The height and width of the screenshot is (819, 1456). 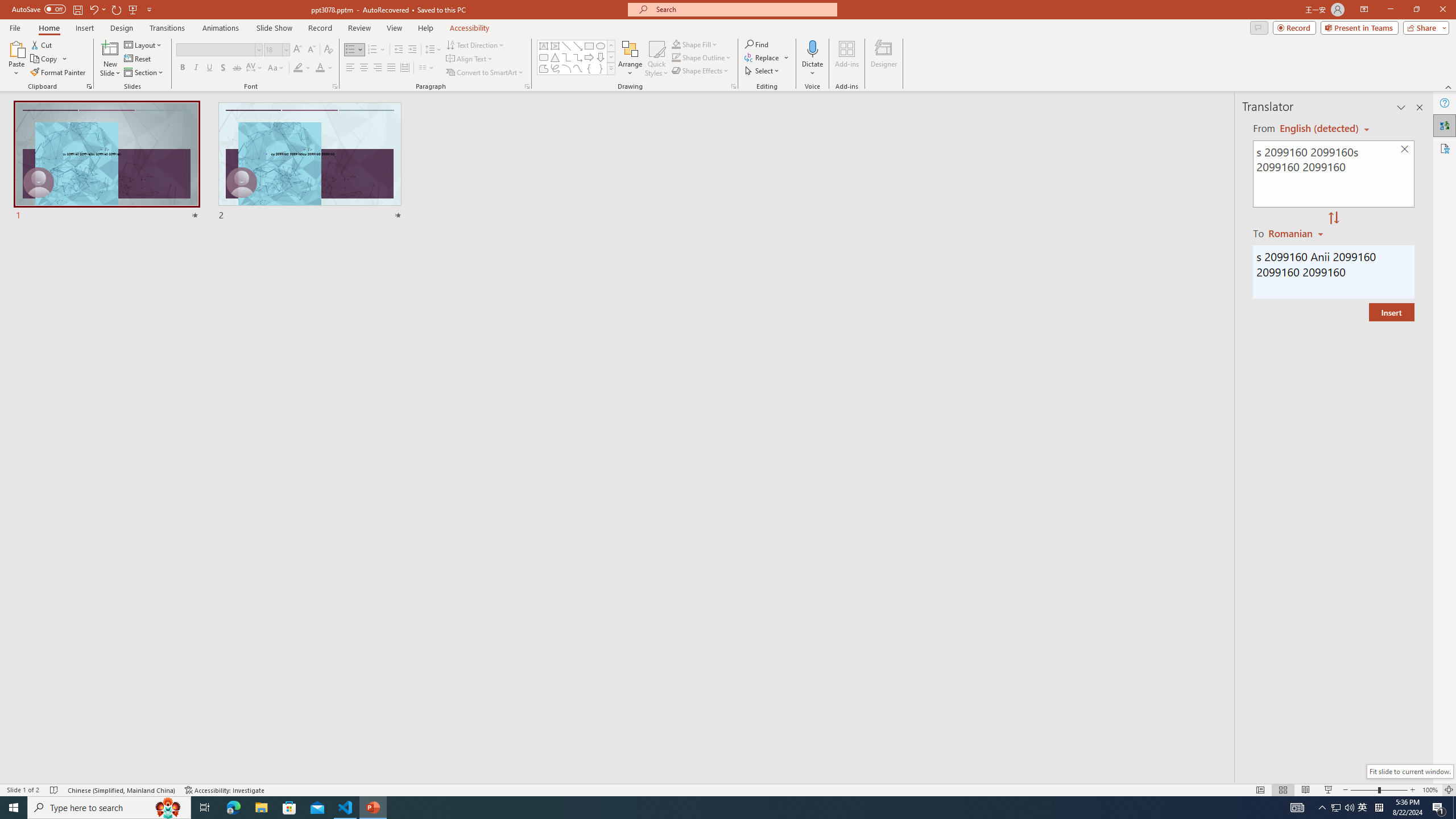 I want to click on 'Center', so click(x=364, y=67).